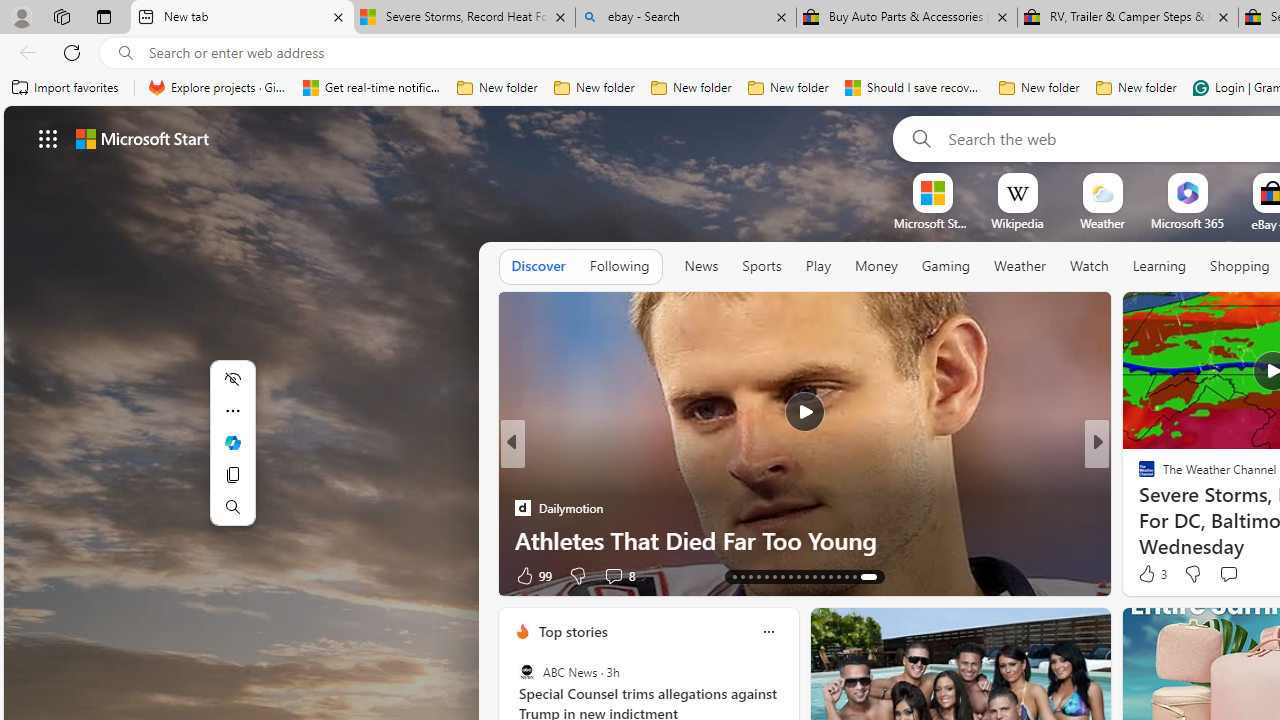 The height and width of the screenshot is (720, 1280). I want to click on 'More Options', so click(1218, 180).